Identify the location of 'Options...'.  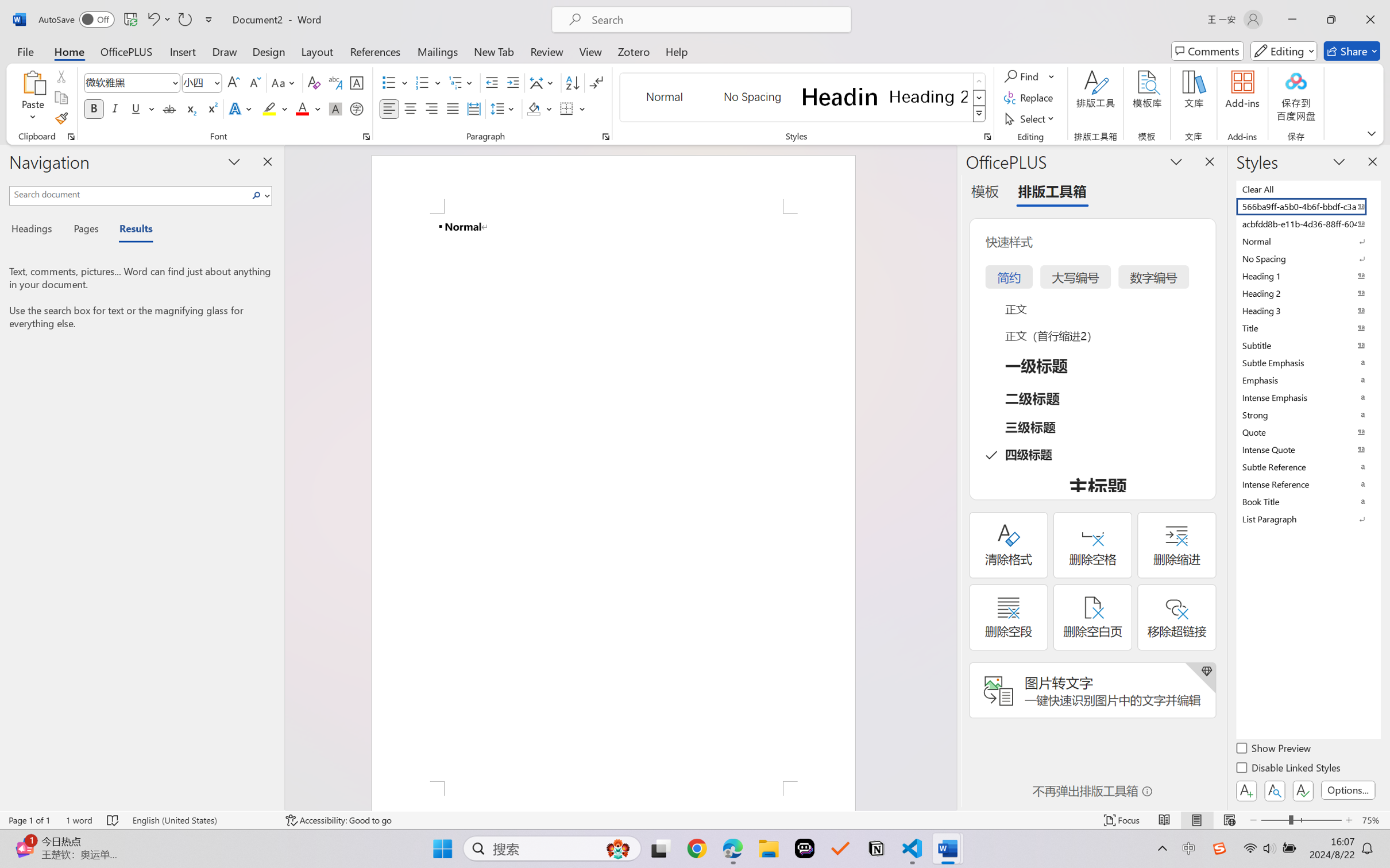
(1346, 789).